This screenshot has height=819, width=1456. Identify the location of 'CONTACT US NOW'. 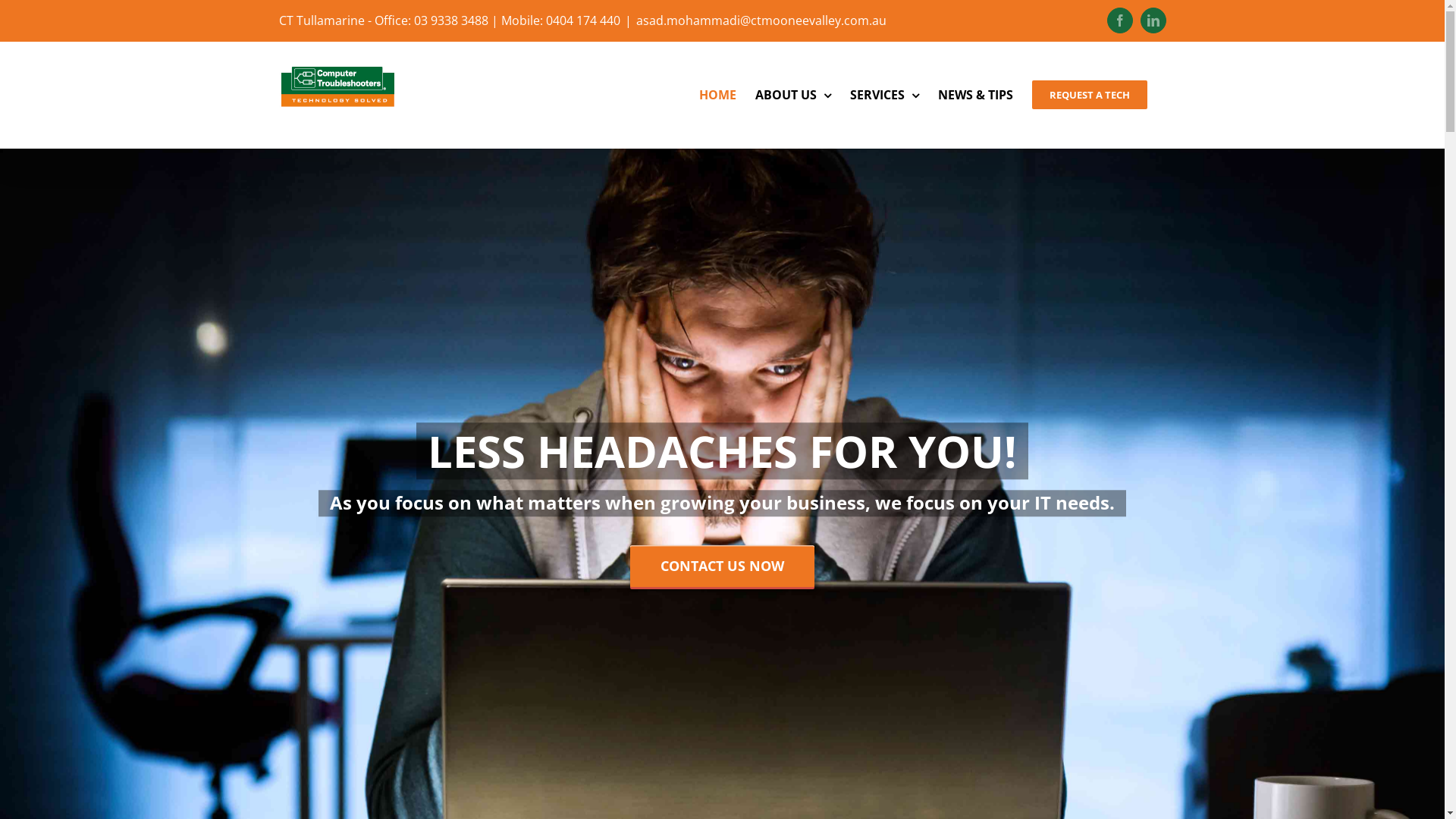
(629, 566).